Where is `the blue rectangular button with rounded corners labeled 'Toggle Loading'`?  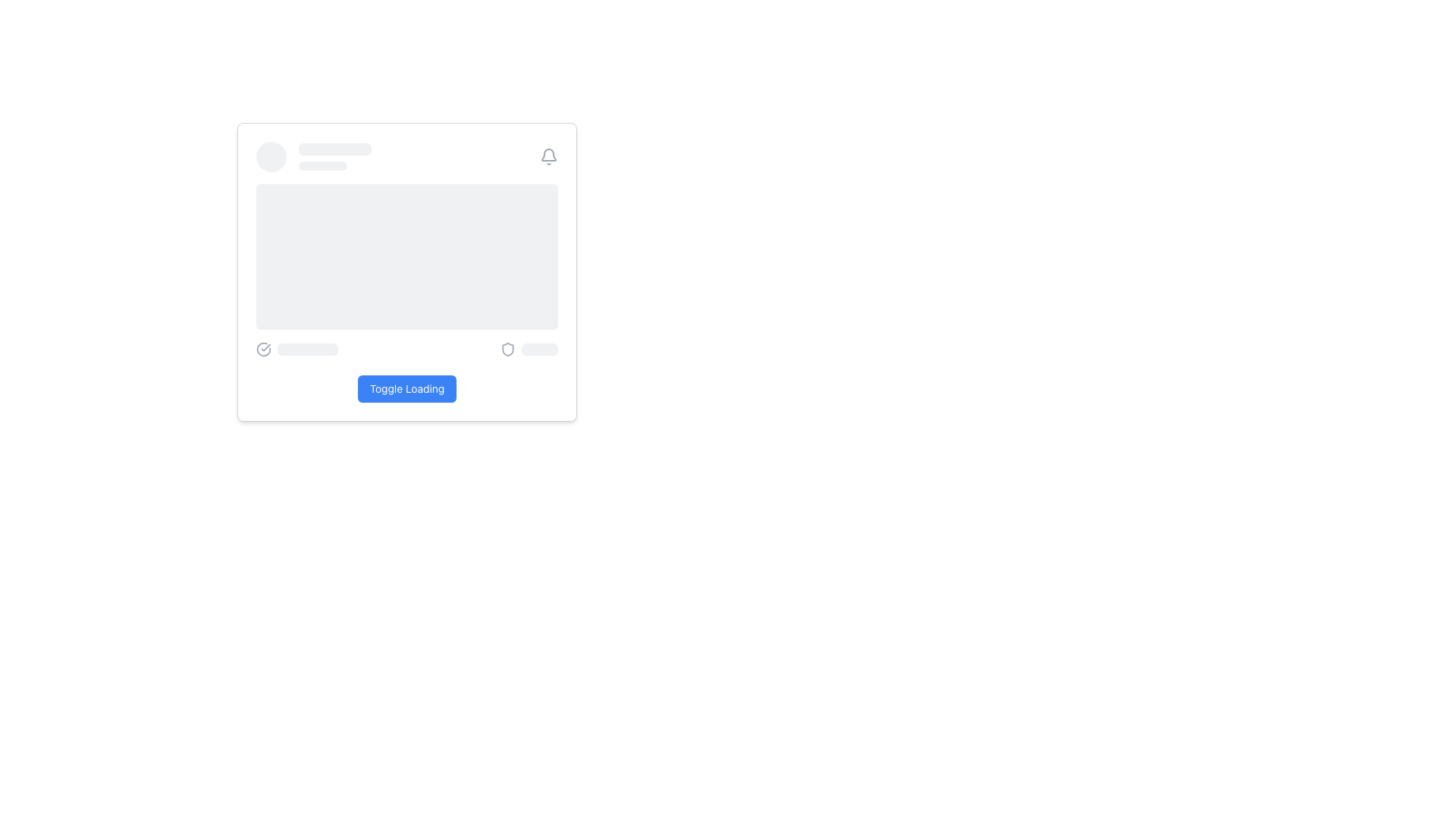 the blue rectangular button with rounded corners labeled 'Toggle Loading' is located at coordinates (407, 388).